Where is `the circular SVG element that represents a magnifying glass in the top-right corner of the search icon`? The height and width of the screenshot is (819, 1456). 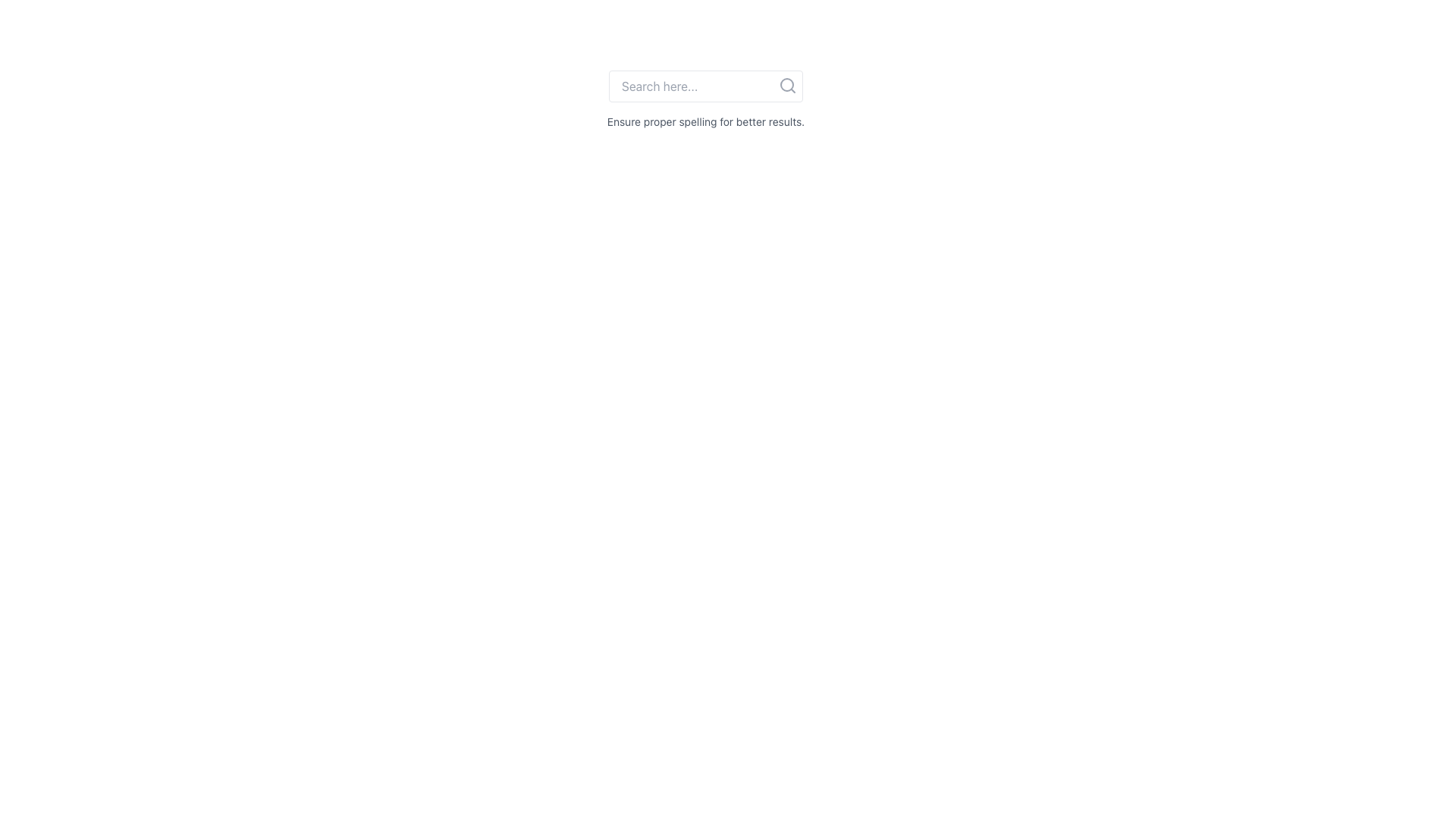
the circular SVG element that represents a magnifying glass in the top-right corner of the search icon is located at coordinates (786, 84).